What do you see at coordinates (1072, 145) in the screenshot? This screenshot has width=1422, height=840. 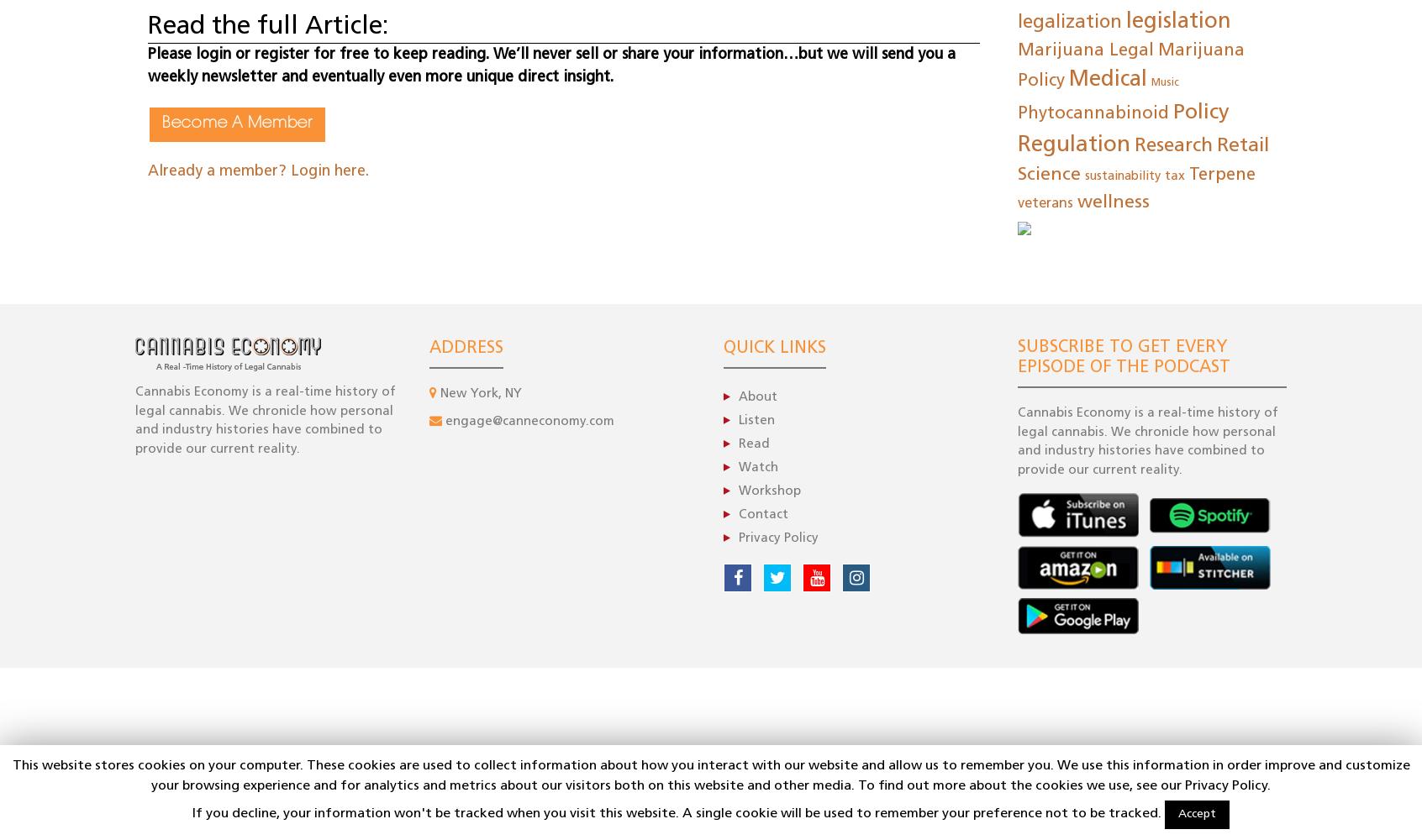 I see `'Regulation'` at bounding box center [1072, 145].